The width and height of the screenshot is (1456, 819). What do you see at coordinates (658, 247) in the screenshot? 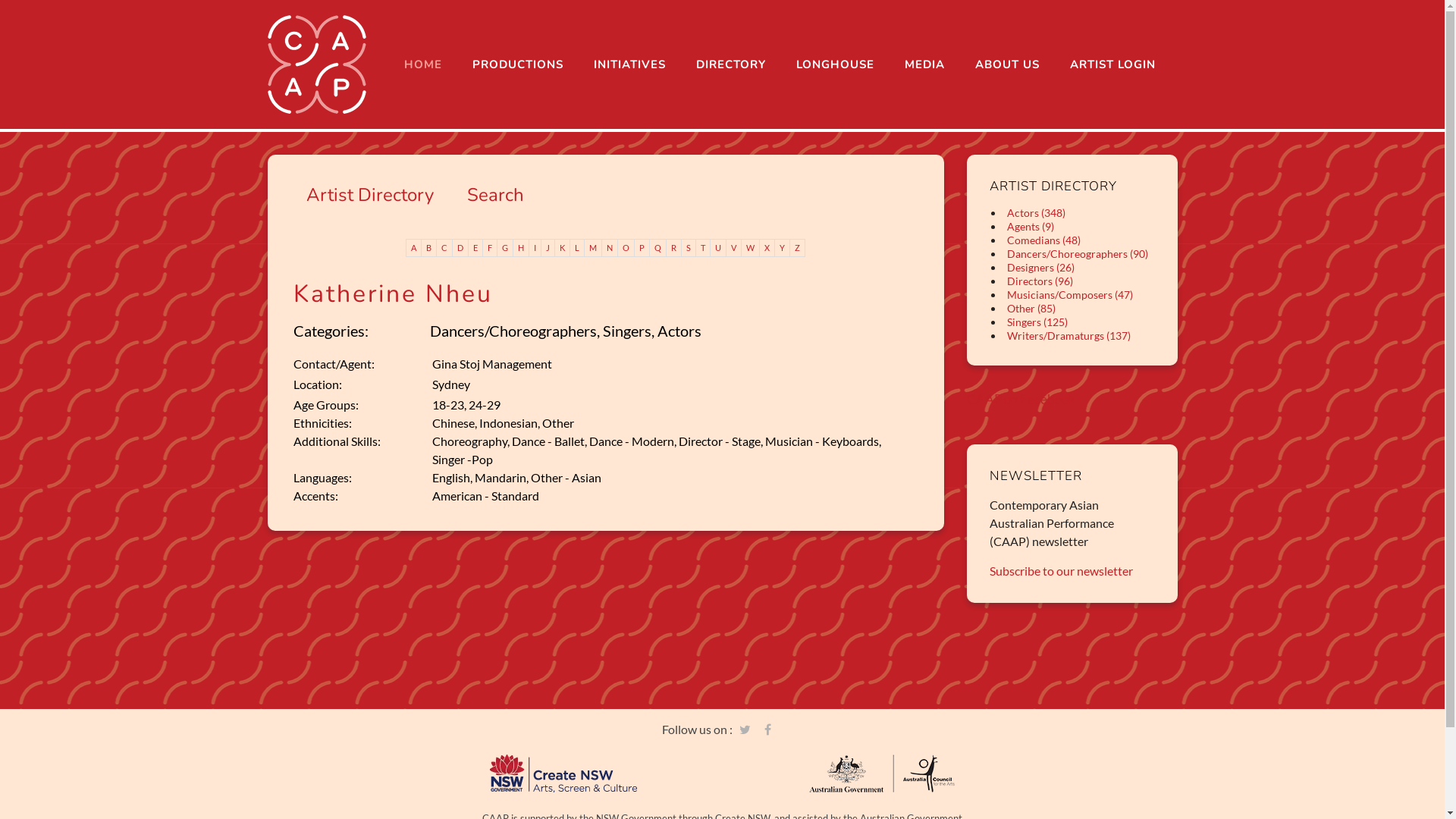
I see `'Q'` at bounding box center [658, 247].